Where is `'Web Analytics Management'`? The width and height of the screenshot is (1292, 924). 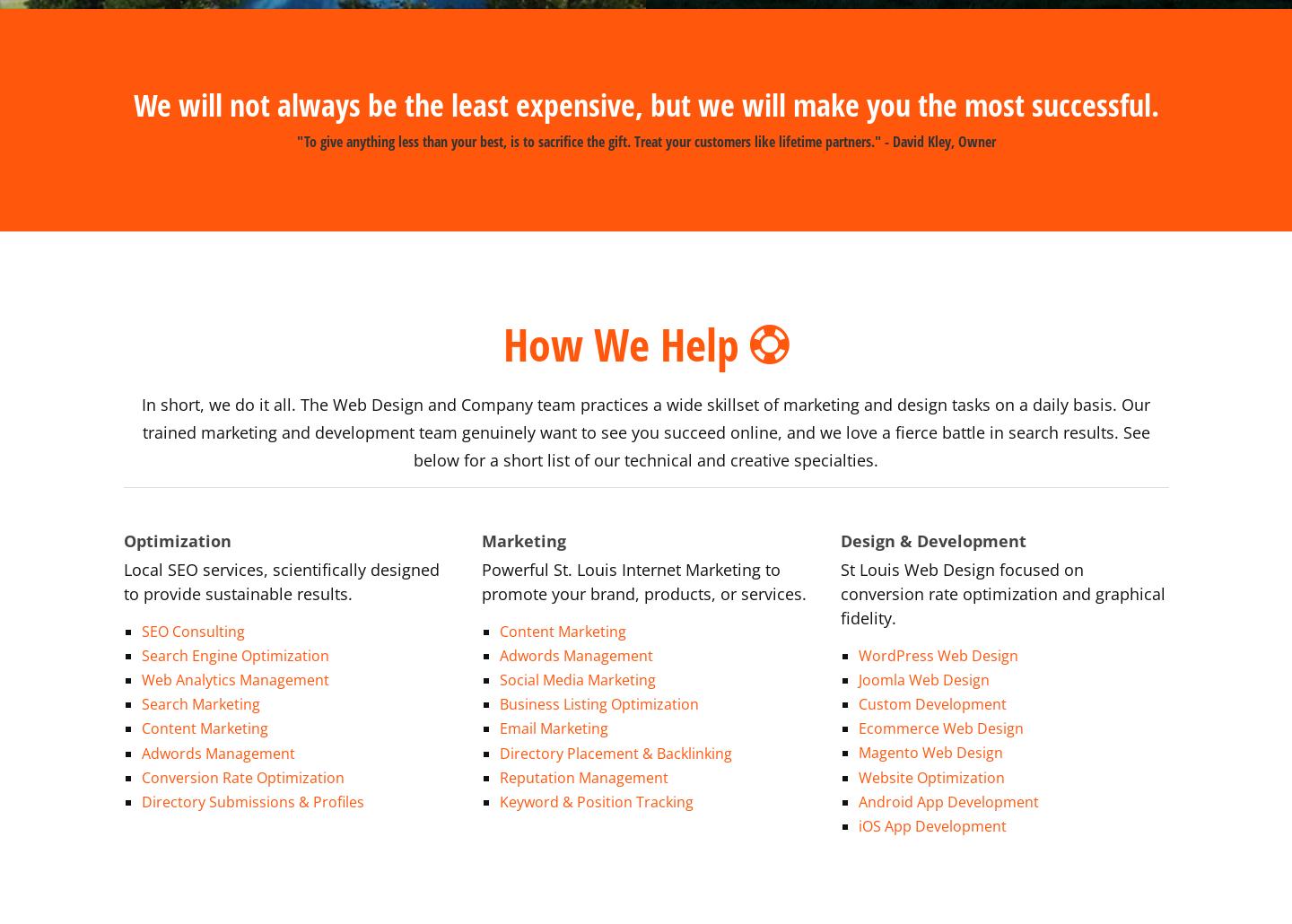 'Web Analytics Management' is located at coordinates (233, 658).